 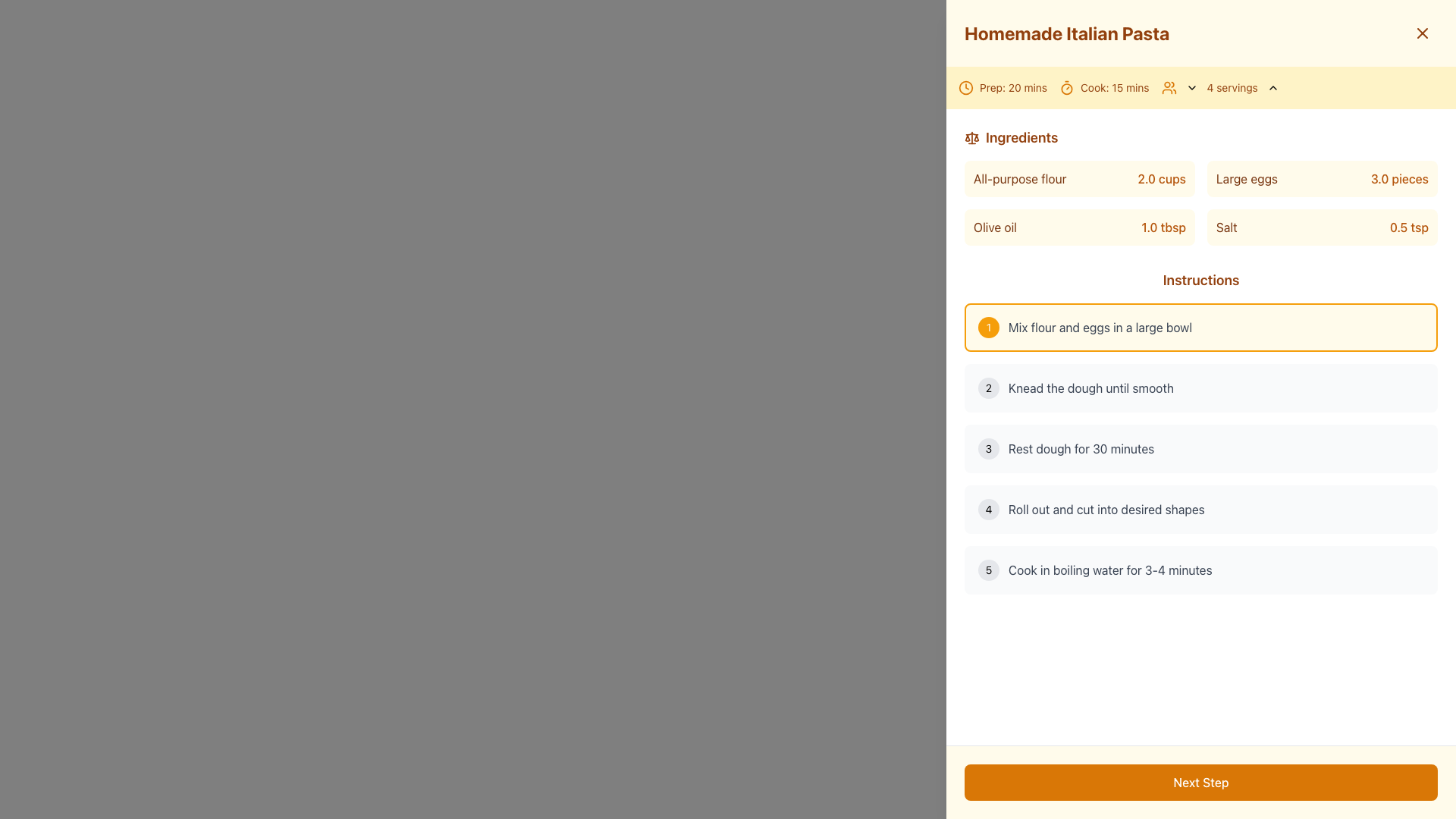 I want to click on static text that says 'Mix flour and eggs in a large bowl', which is the first instruction in the list under the 'Instructions' heading, so click(x=1100, y=327).